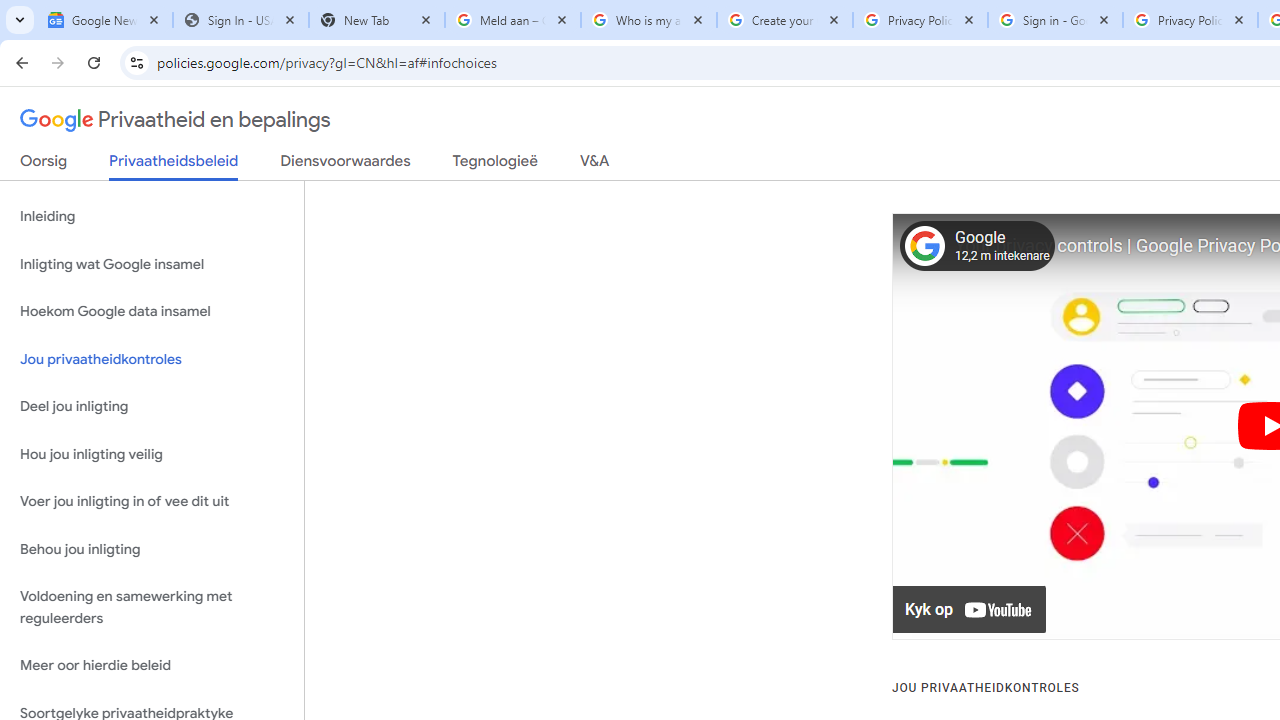  I want to click on 'Kyk op YouTube', so click(970, 609).